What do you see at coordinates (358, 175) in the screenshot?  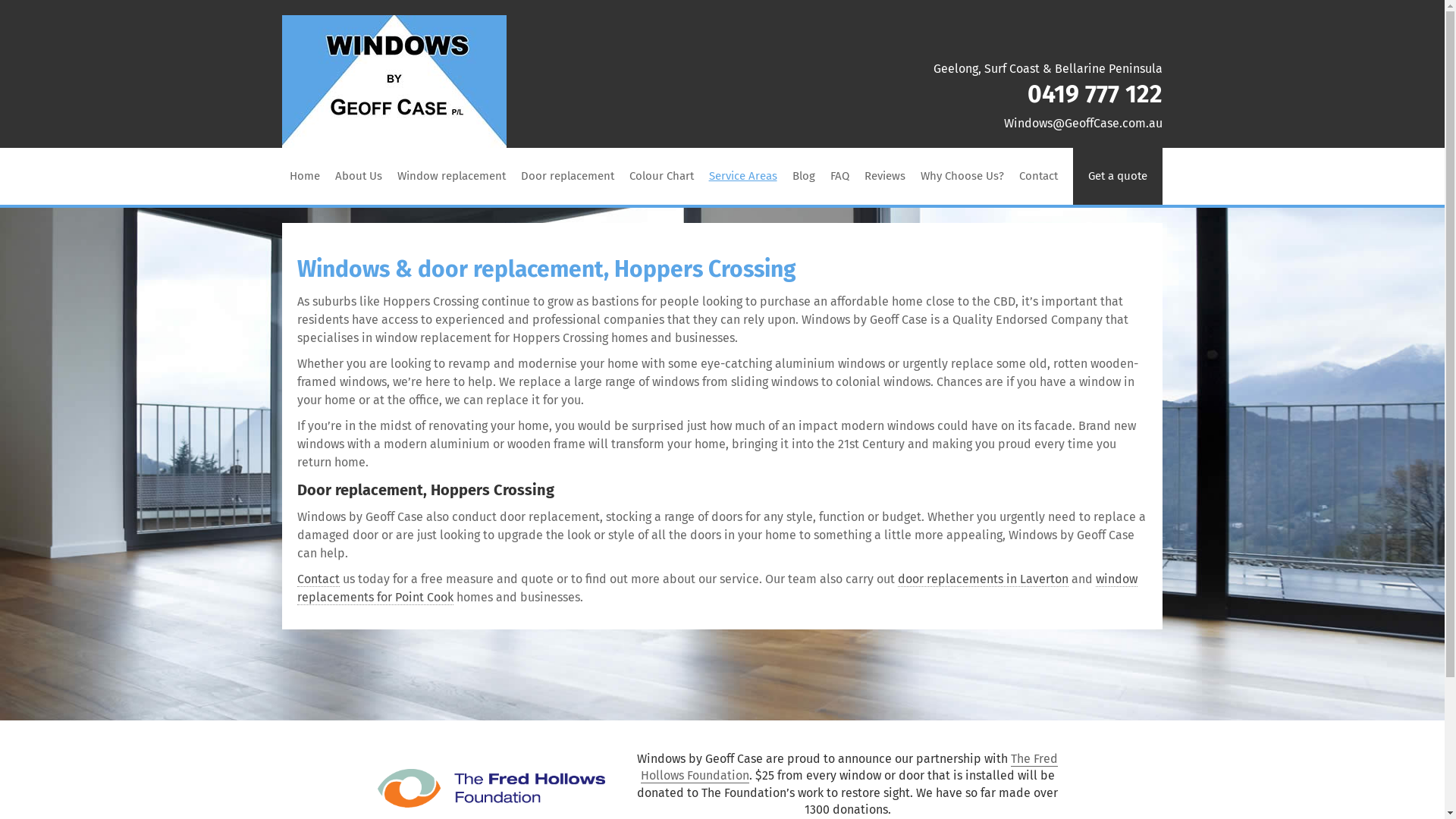 I see `'About Us'` at bounding box center [358, 175].